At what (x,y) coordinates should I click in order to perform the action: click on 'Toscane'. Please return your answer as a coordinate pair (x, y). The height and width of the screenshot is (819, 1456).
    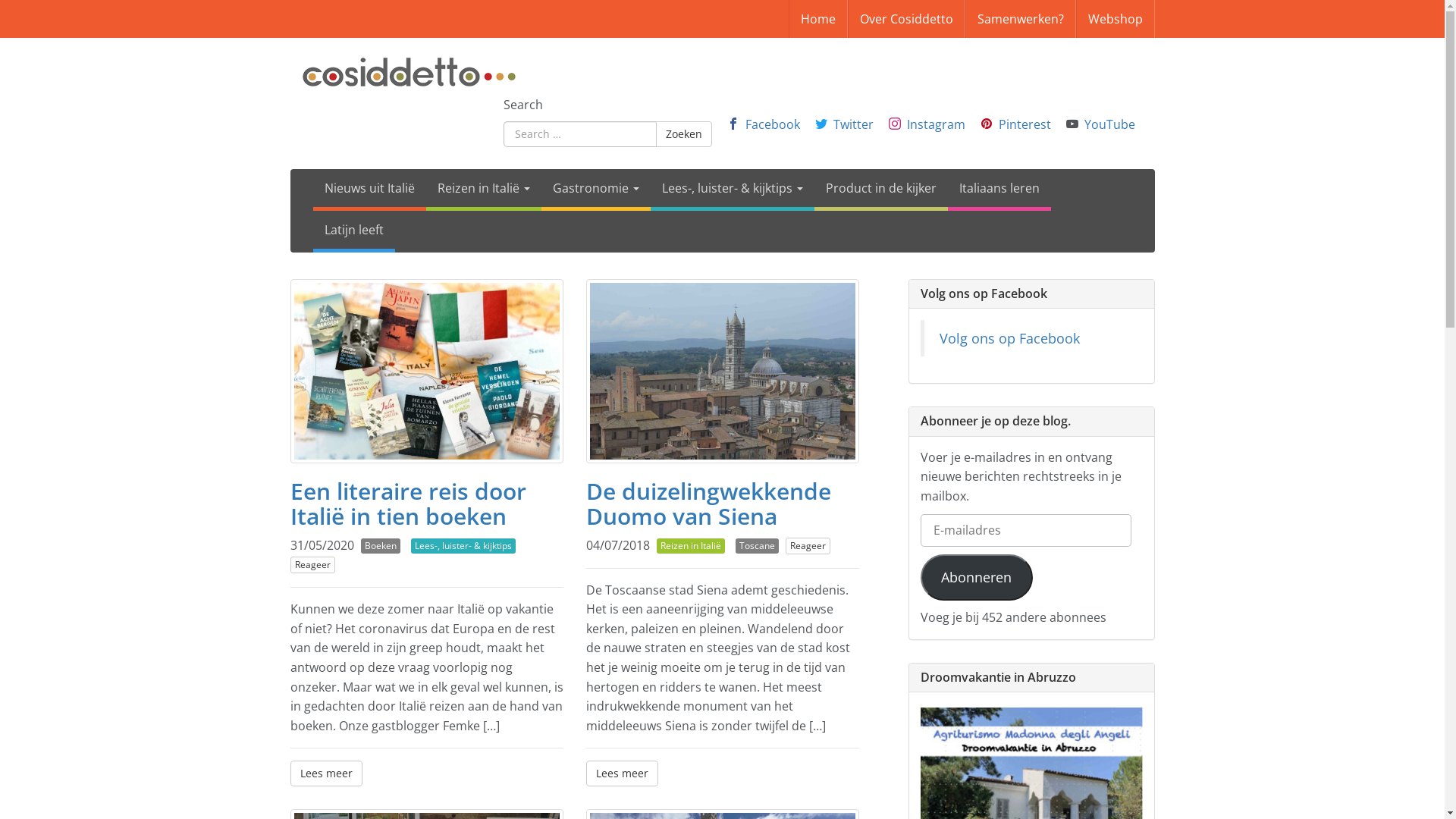
    Looking at the image, I should click on (757, 546).